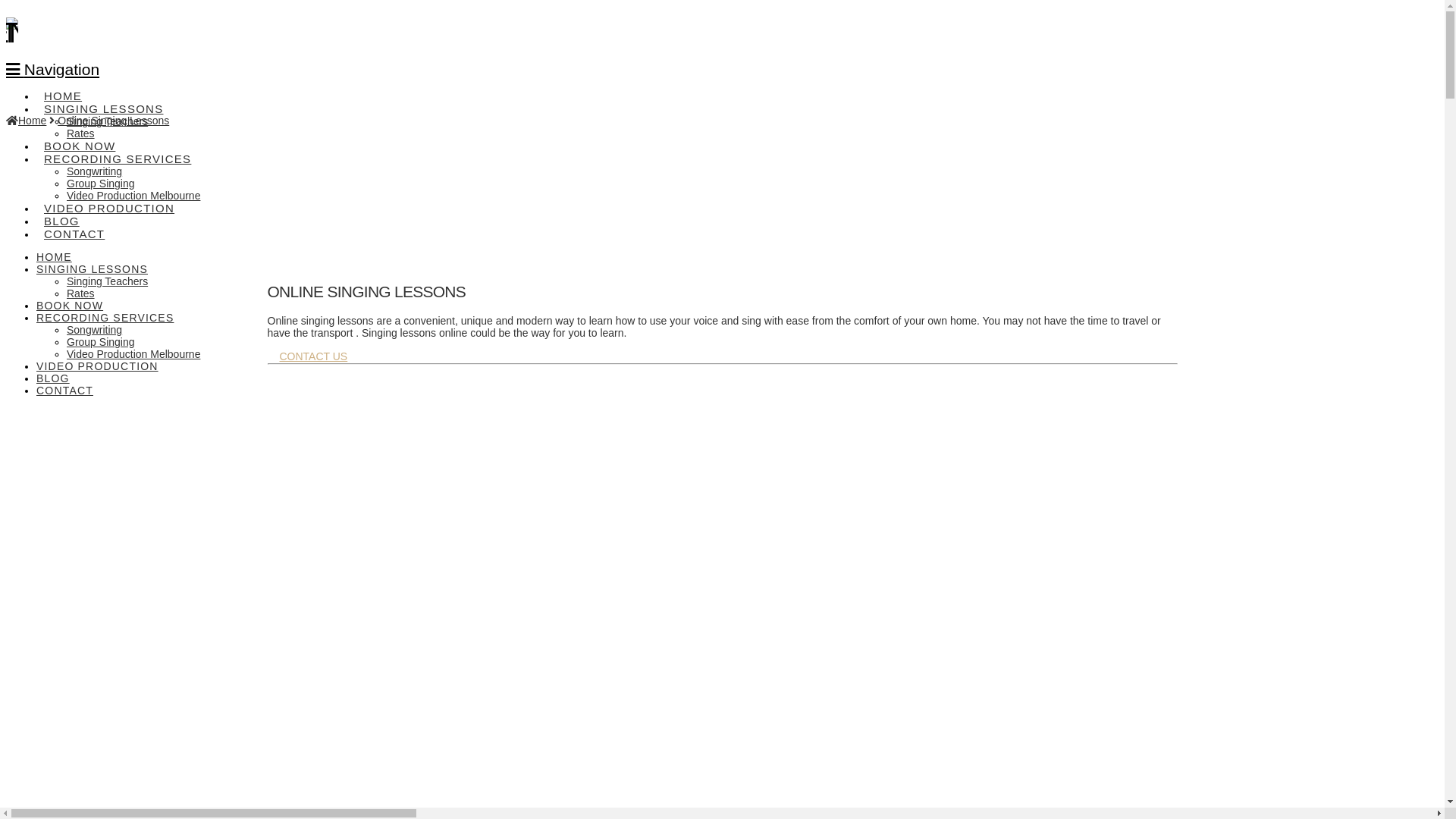  I want to click on 'Rates', so click(80, 133).